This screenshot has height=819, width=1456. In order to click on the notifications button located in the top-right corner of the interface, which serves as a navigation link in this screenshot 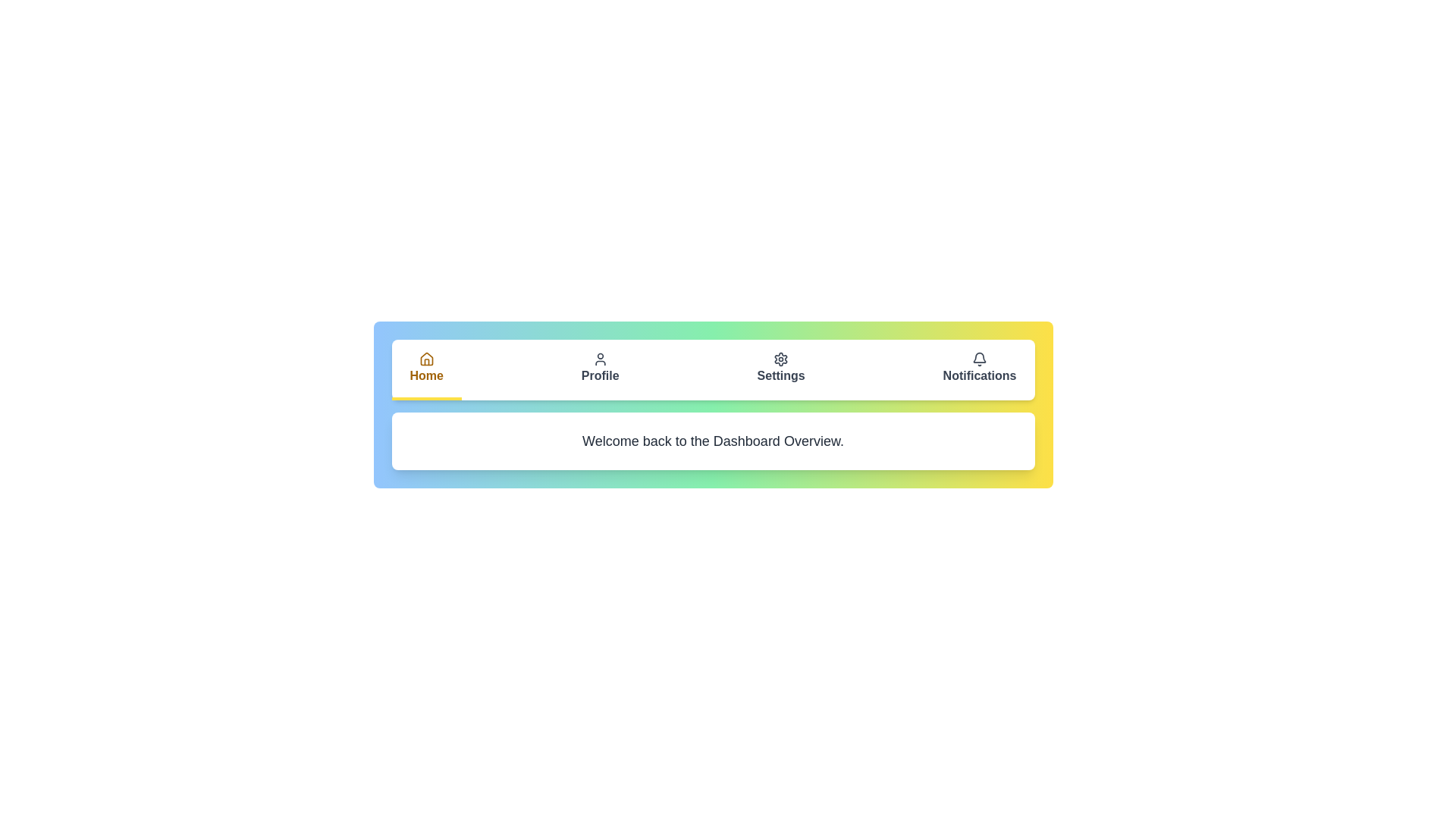, I will do `click(979, 370)`.